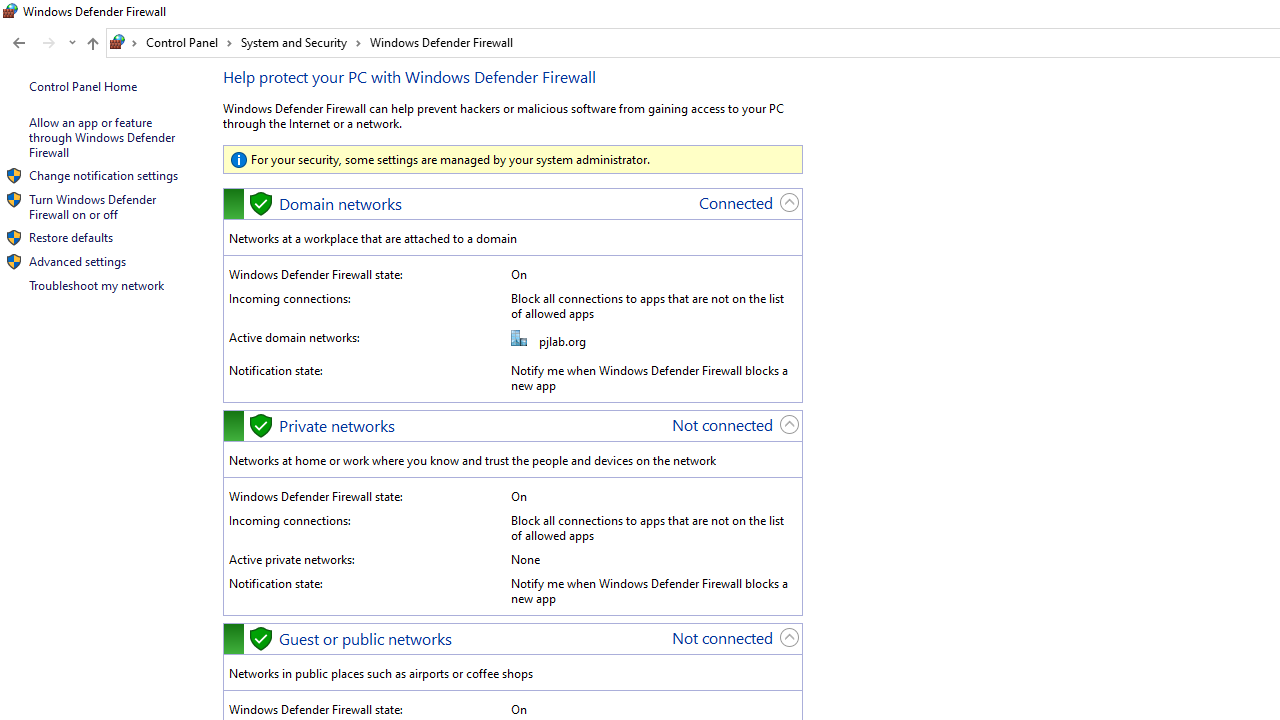 Image resolution: width=1280 pixels, height=720 pixels. I want to click on 'Turn Windows Defender Firewall on or off', so click(93, 206).